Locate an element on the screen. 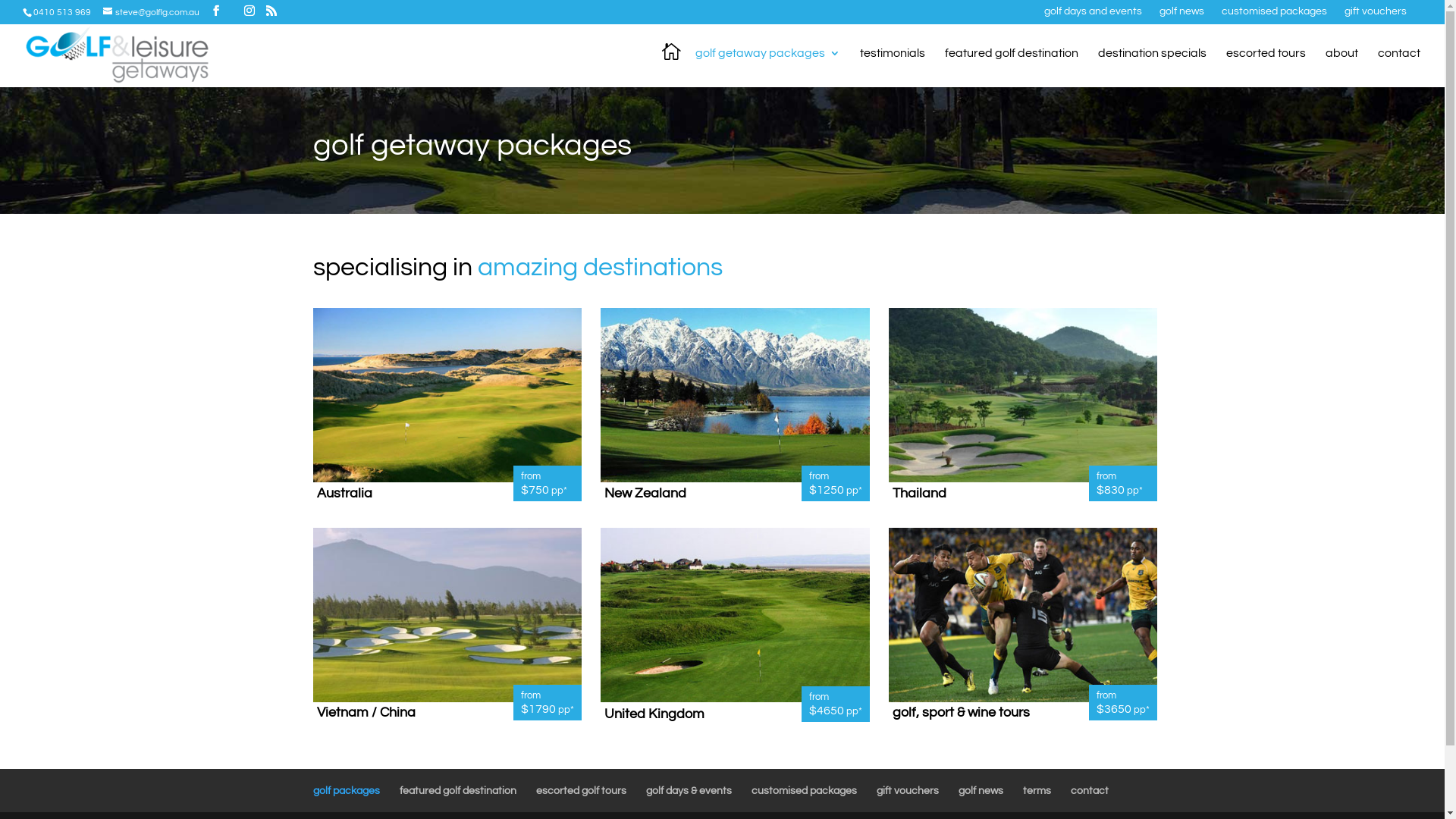 The width and height of the screenshot is (1456, 819). 'steve@golflg.com.au' is located at coordinates (151, 12).